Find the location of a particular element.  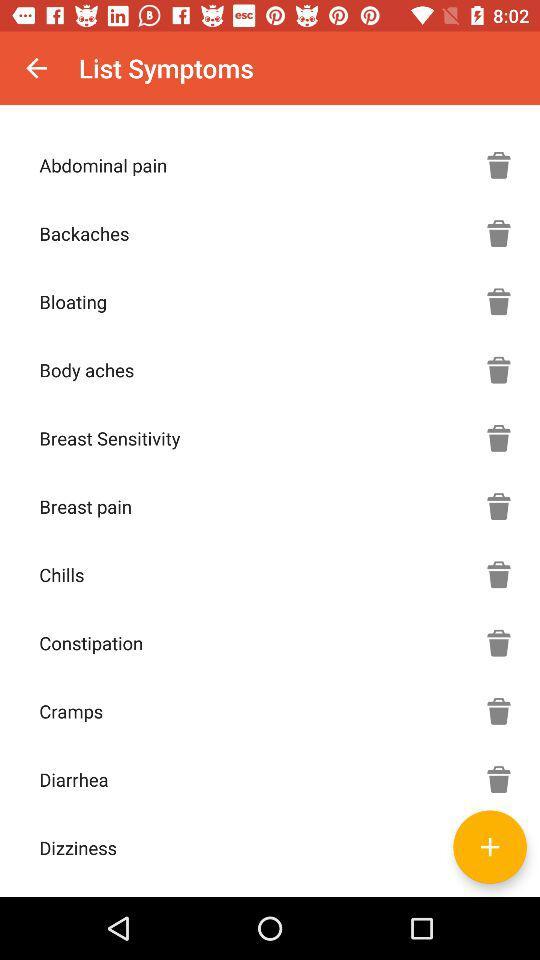

delete box is located at coordinates (498, 369).